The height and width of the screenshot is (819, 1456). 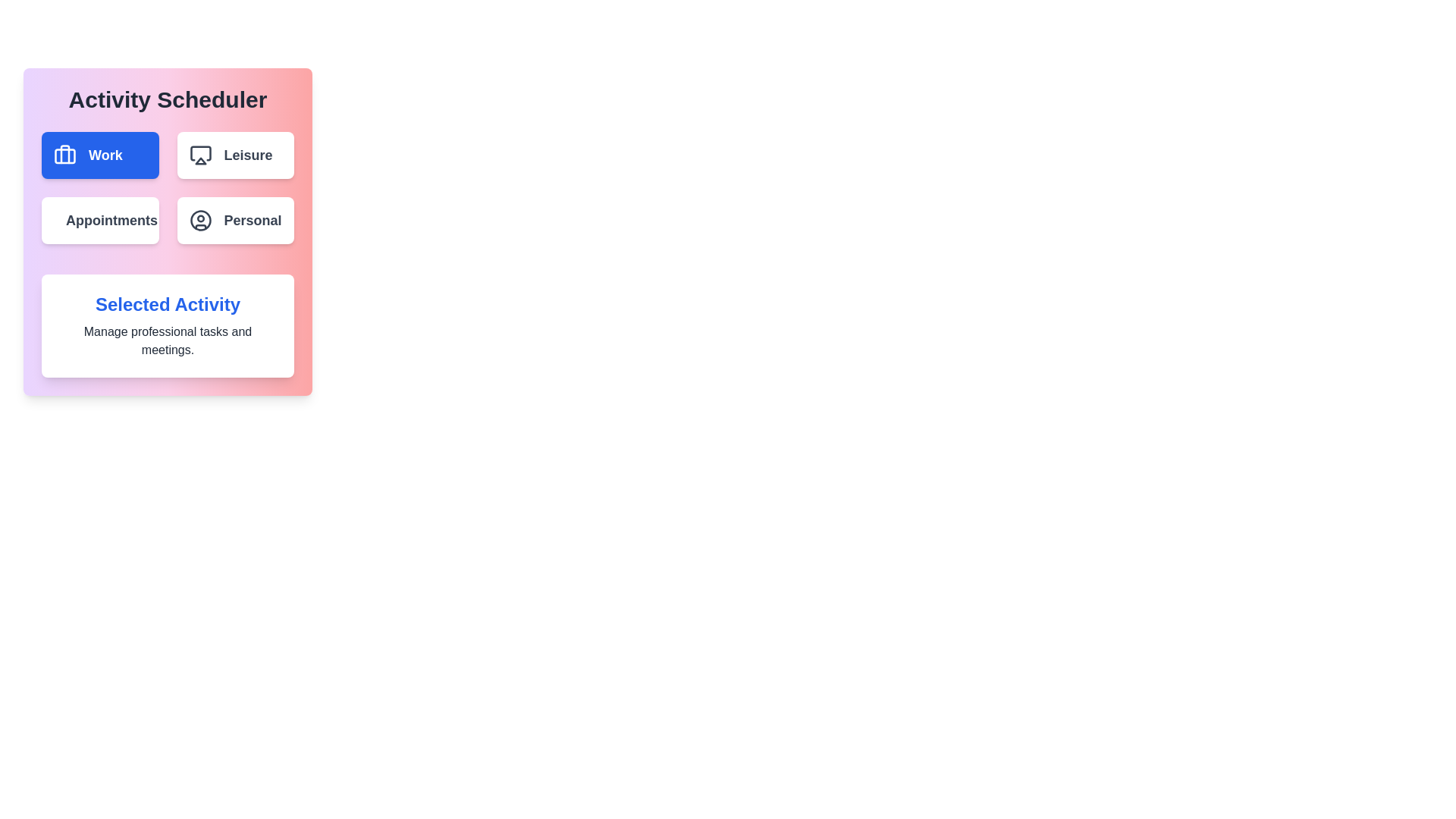 I want to click on the blue bold text label displaying 'Selected Activity' located at the bottom of the interface above the smaller text 'Manage professional tasks and meetings', so click(x=168, y=304).